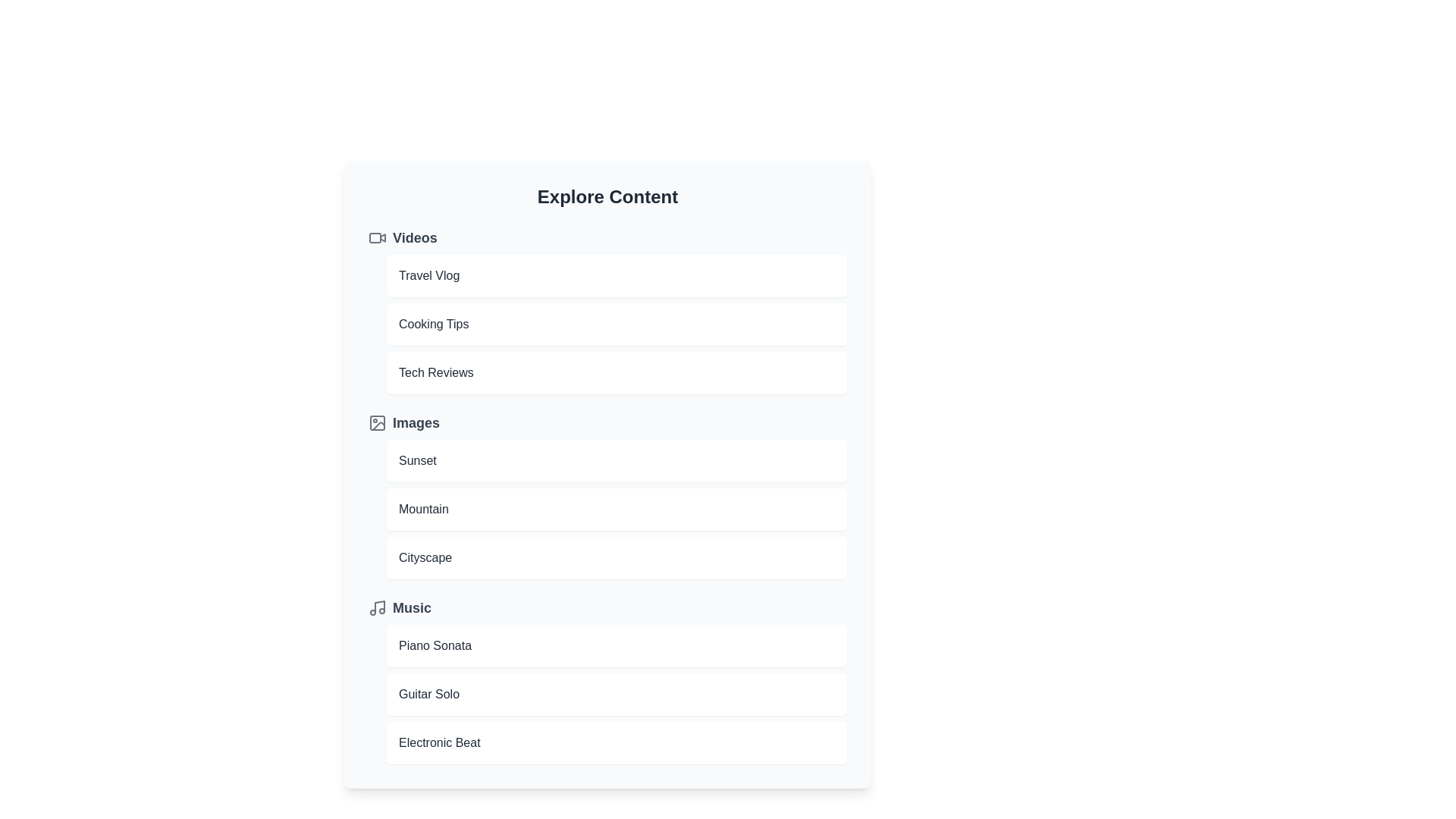 This screenshot has width=1456, height=819. I want to click on the item Tech Reviews to open it, so click(617, 373).